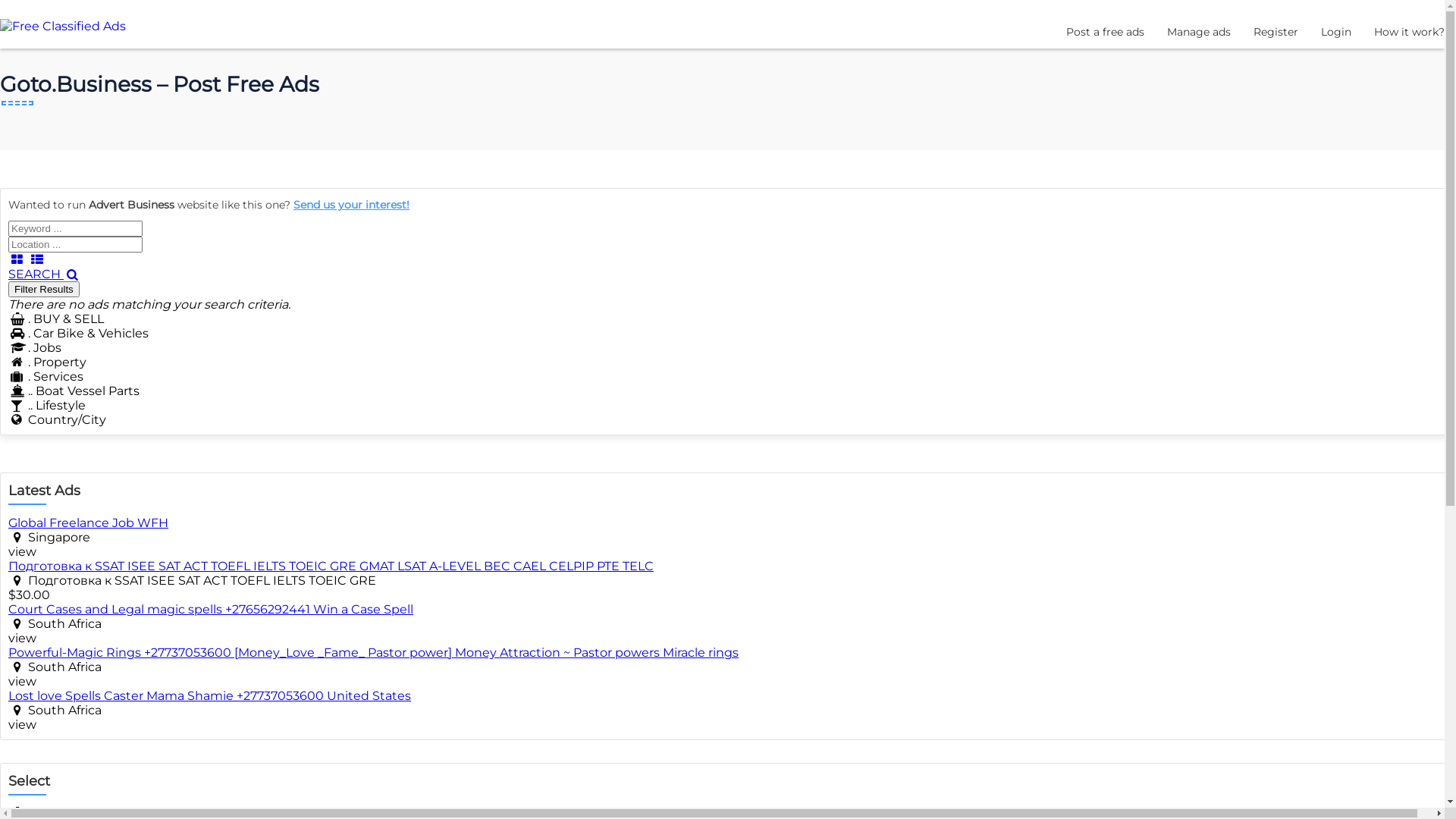 This screenshot has width=1456, height=819. Describe the element at coordinates (1197, 32) in the screenshot. I see `'Manage ads'` at that location.